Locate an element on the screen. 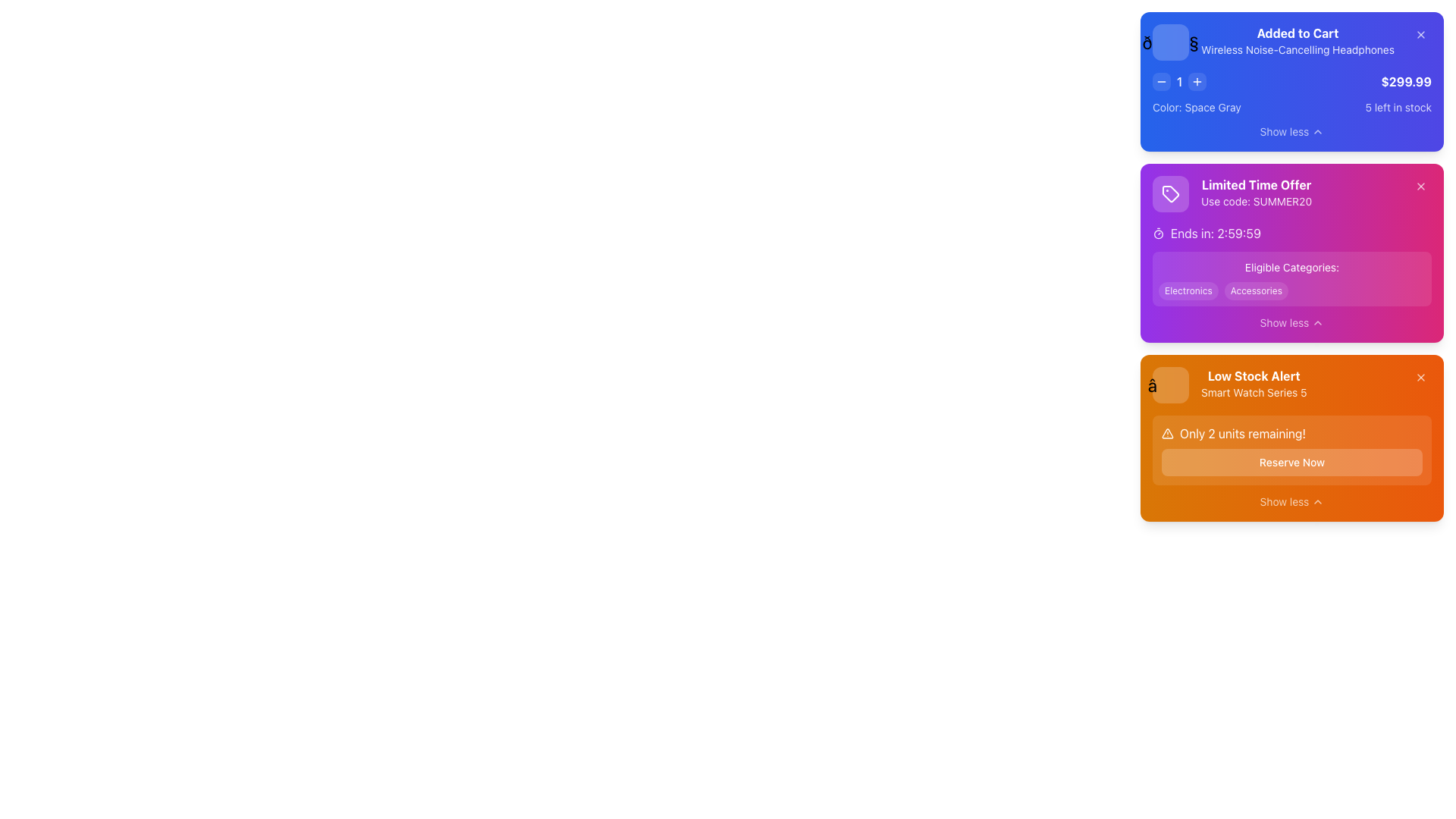 The image size is (1456, 819). the text label displaying 'Smart Watch Series 5', which is in a light, semi-transparent white font against an orange background, located in the bottom-right corner of the interface is located at coordinates (1254, 391).